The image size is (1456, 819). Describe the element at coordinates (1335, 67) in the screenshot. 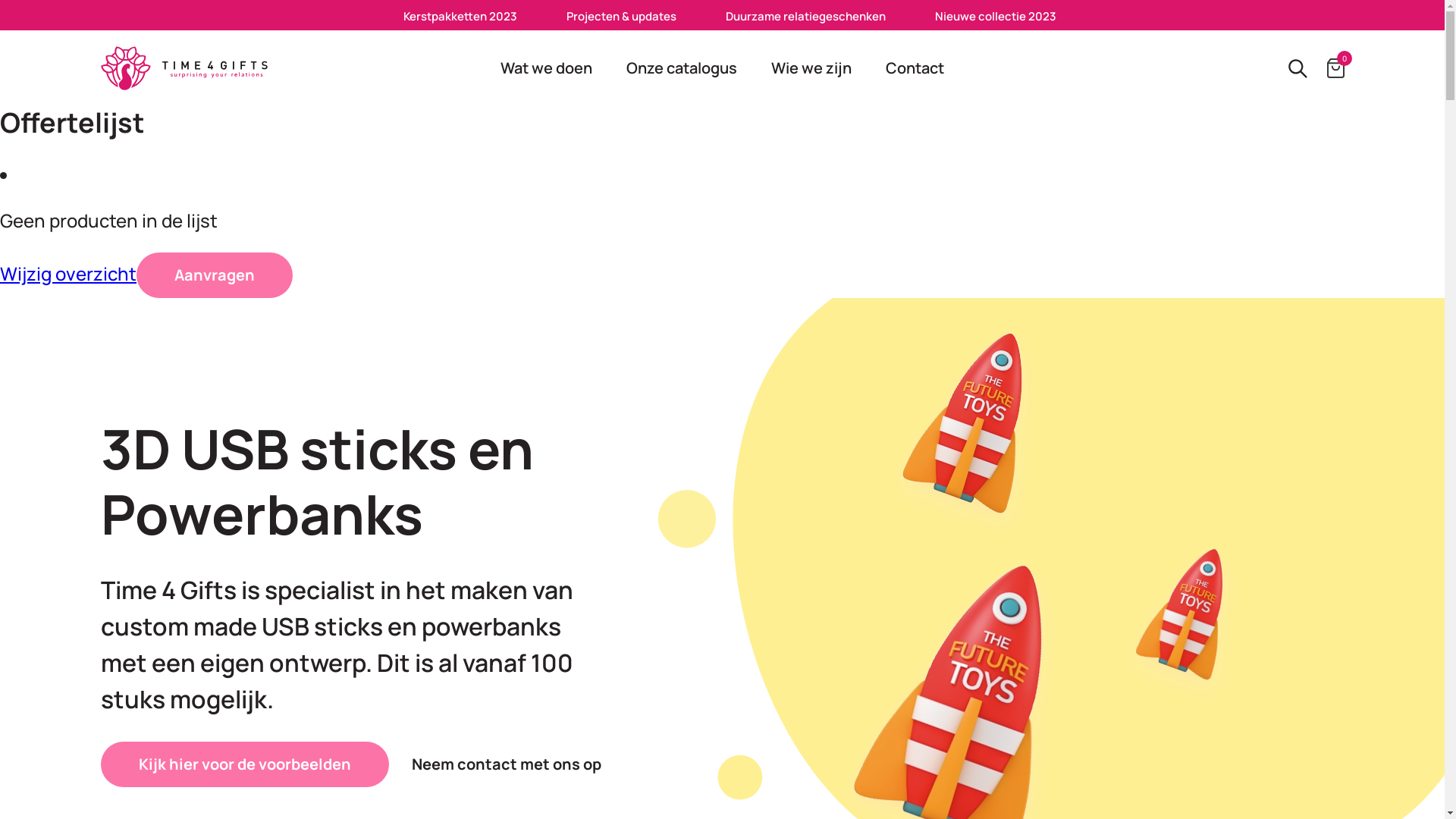

I see `'0'` at that location.